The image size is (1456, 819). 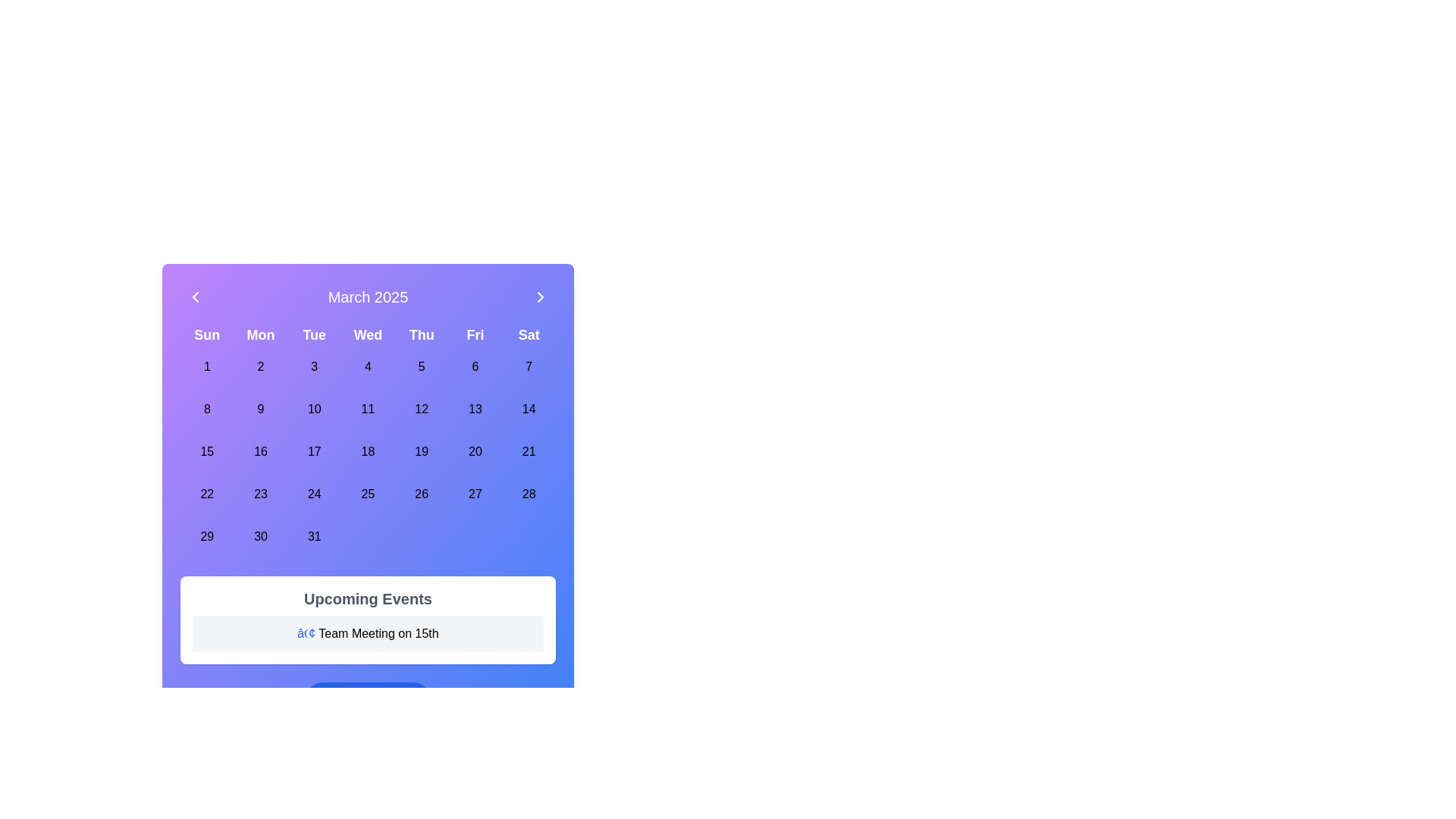 I want to click on the calendar day cell located in the sixth column of the third row under the 'Sat' header, so click(x=529, y=409).